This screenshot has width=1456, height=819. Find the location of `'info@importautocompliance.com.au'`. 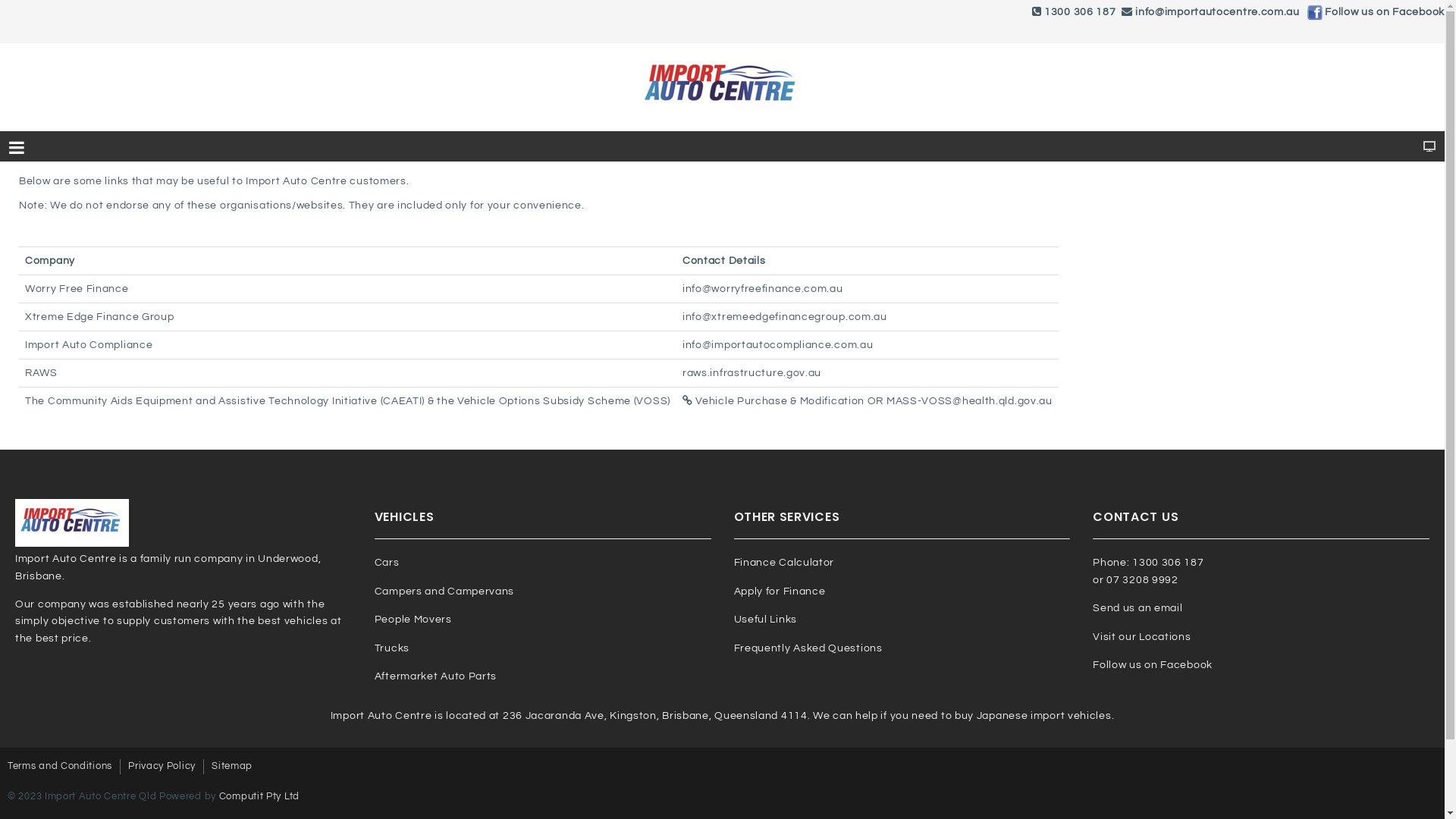

'info@importautocompliance.com.au' is located at coordinates (777, 345).